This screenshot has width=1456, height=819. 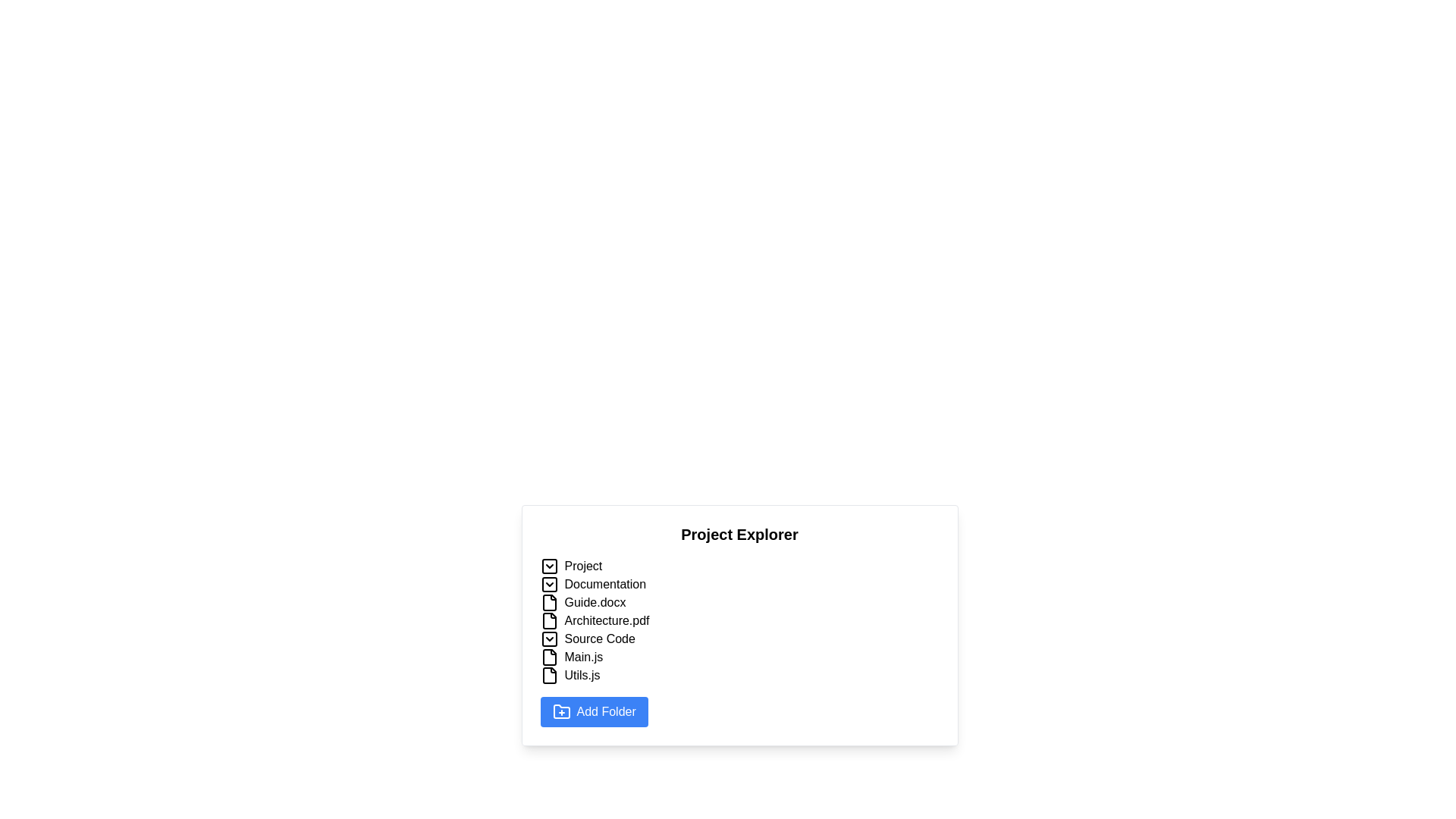 I want to click on the 'Add Folder' button with a blue background and a folder icon on the left, so click(x=593, y=711).